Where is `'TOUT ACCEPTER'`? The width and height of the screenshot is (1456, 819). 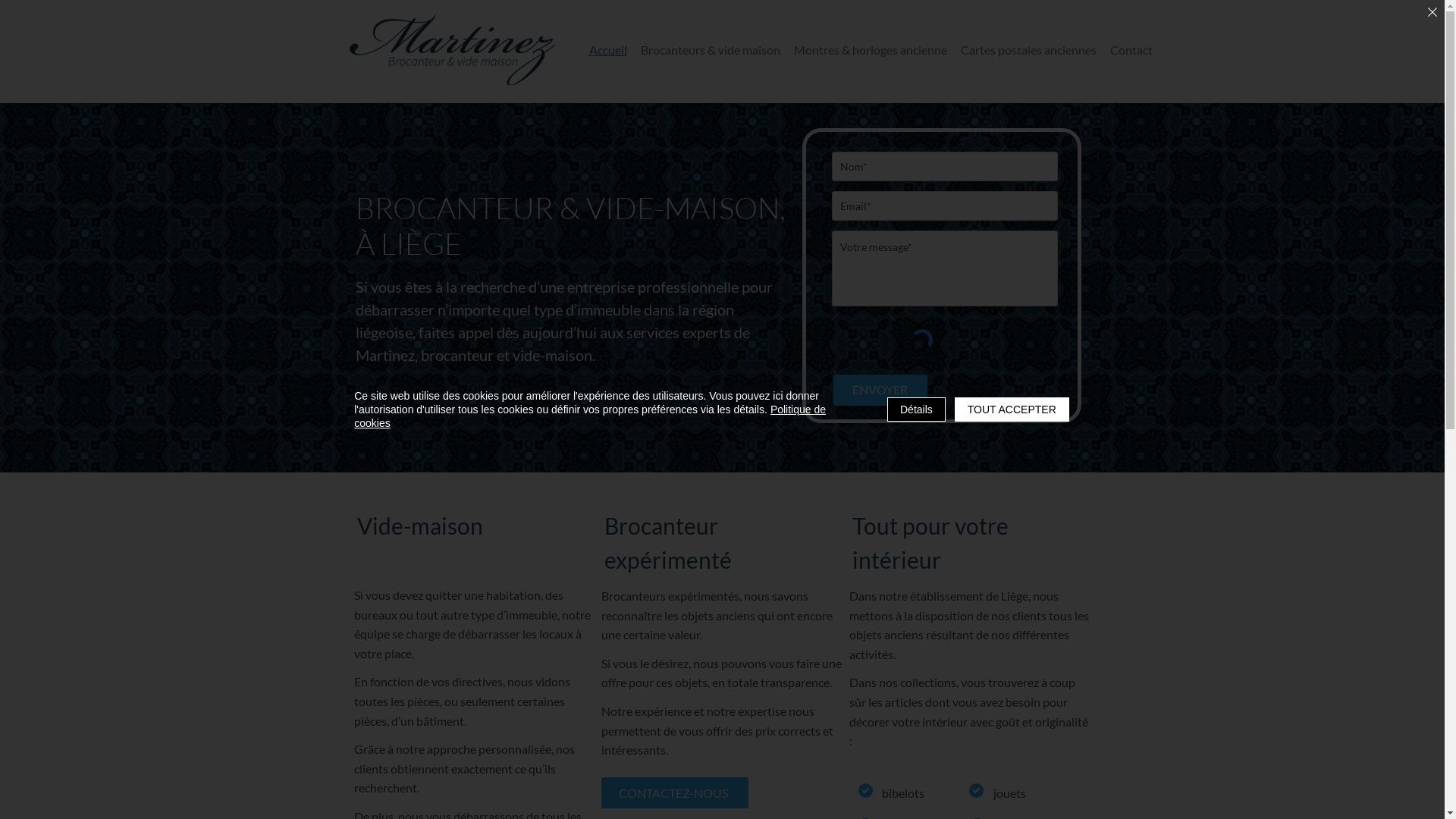 'TOUT ACCEPTER' is located at coordinates (1012, 409).